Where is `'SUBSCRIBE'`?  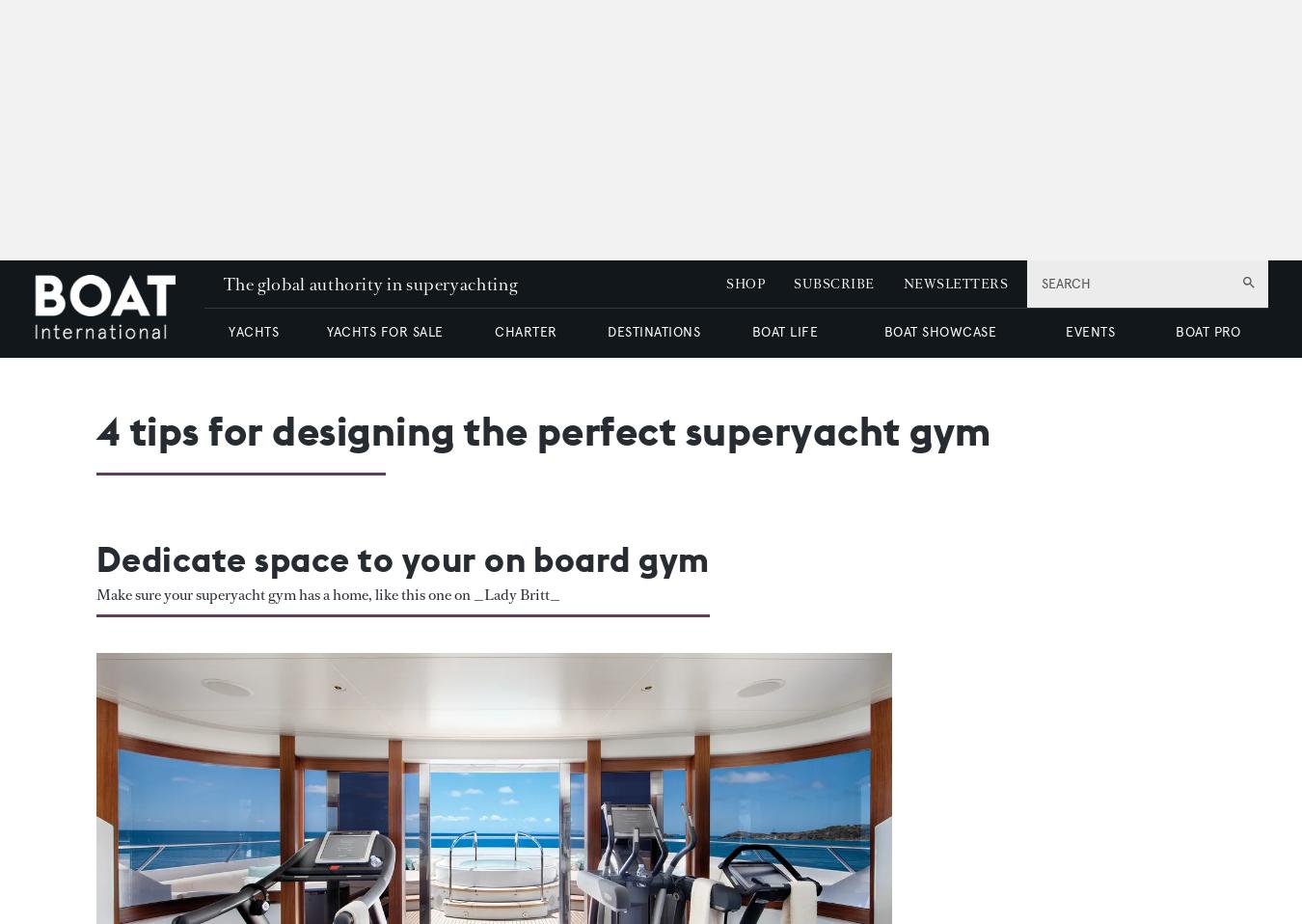
'SUBSCRIBE' is located at coordinates (833, 284).